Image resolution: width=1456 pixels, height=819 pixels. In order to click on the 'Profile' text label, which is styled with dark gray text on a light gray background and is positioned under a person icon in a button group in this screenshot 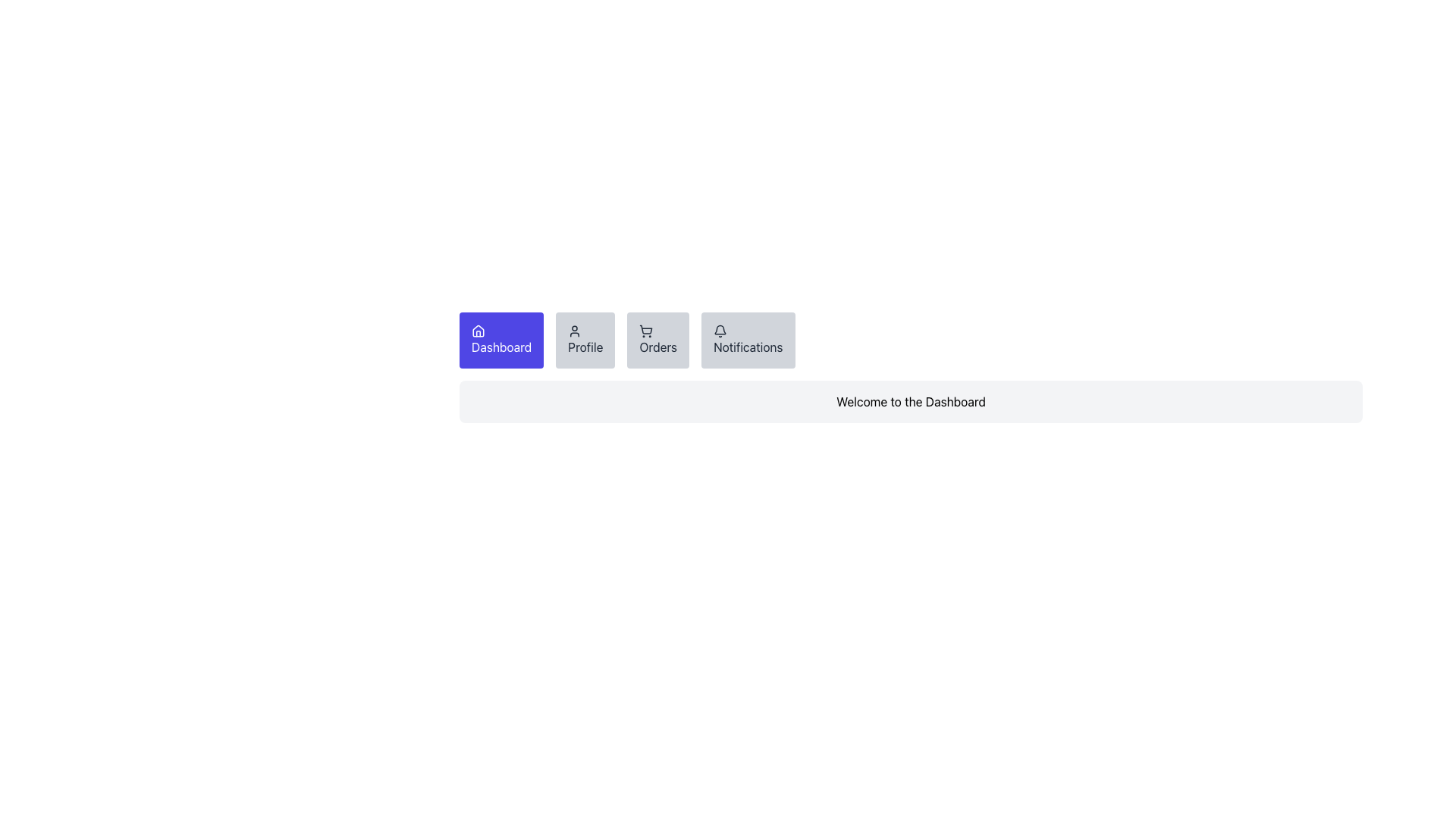, I will do `click(585, 347)`.